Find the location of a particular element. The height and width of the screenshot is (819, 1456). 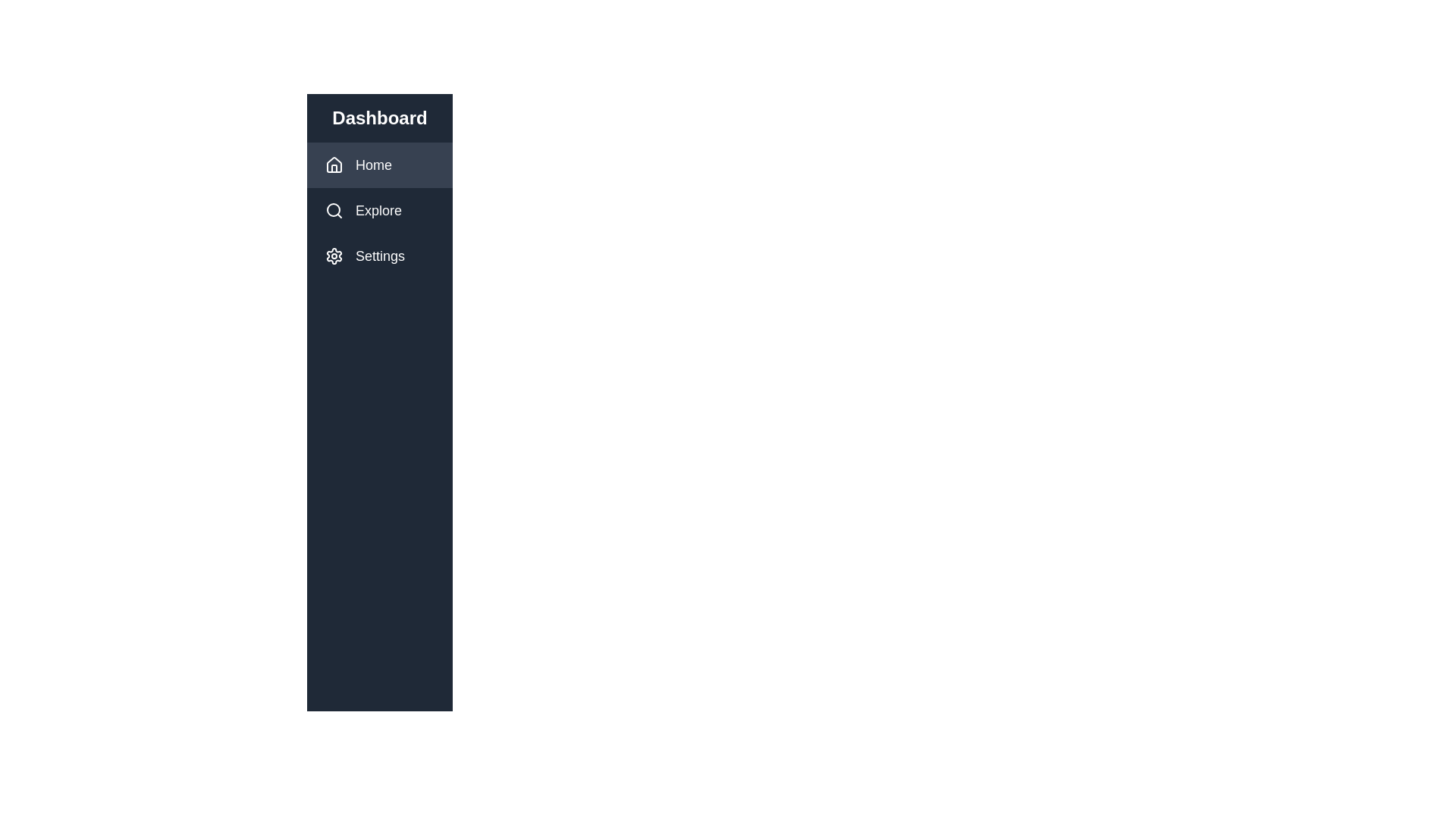

the house-shaped icon associated with the 'Home' option in the vertical menu is located at coordinates (334, 165).